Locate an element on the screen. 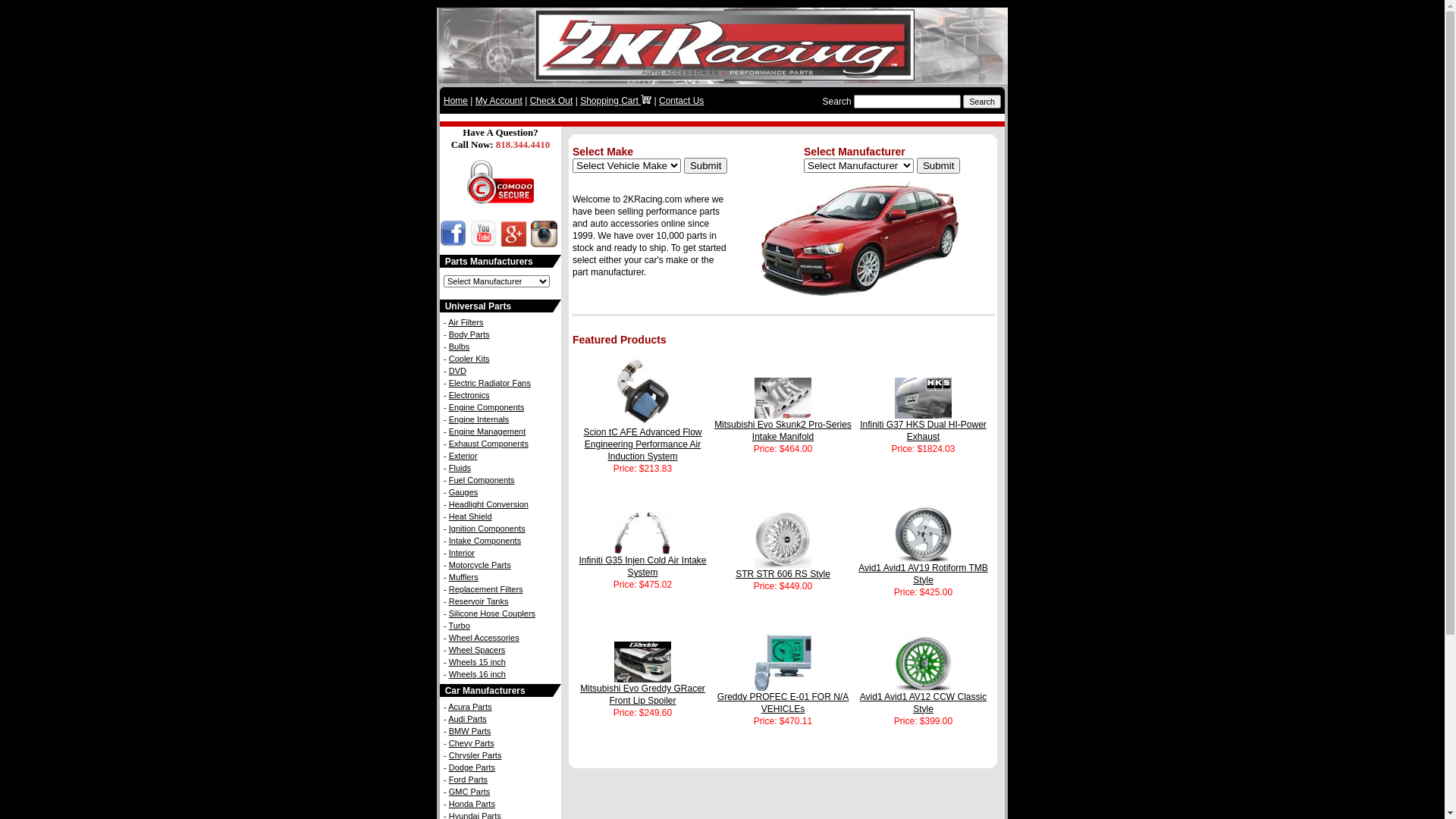 The image size is (1456, 819). 'Cooler Kits' is located at coordinates (469, 359).